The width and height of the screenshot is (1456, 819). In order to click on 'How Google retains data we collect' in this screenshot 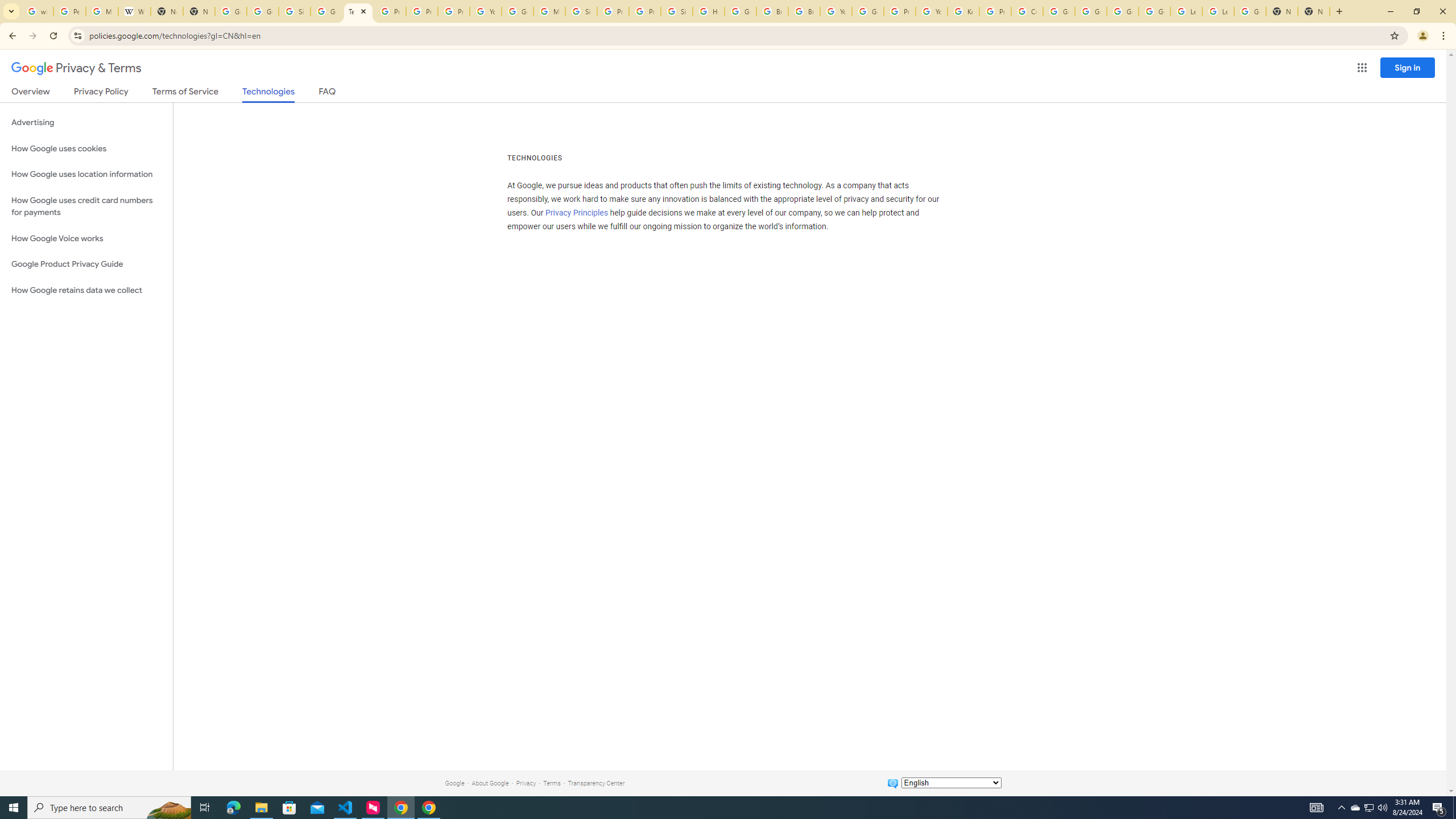, I will do `click(86, 289)`.